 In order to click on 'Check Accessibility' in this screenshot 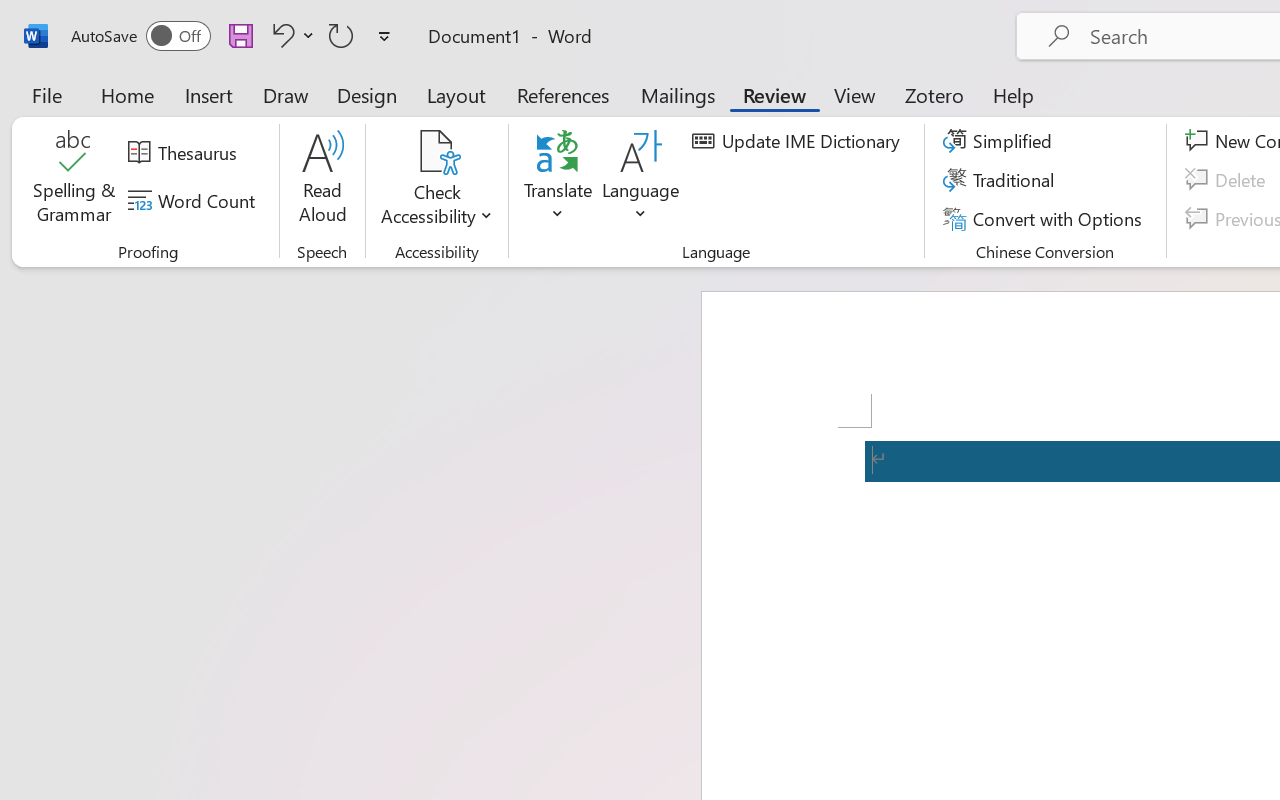, I will do `click(436, 179)`.